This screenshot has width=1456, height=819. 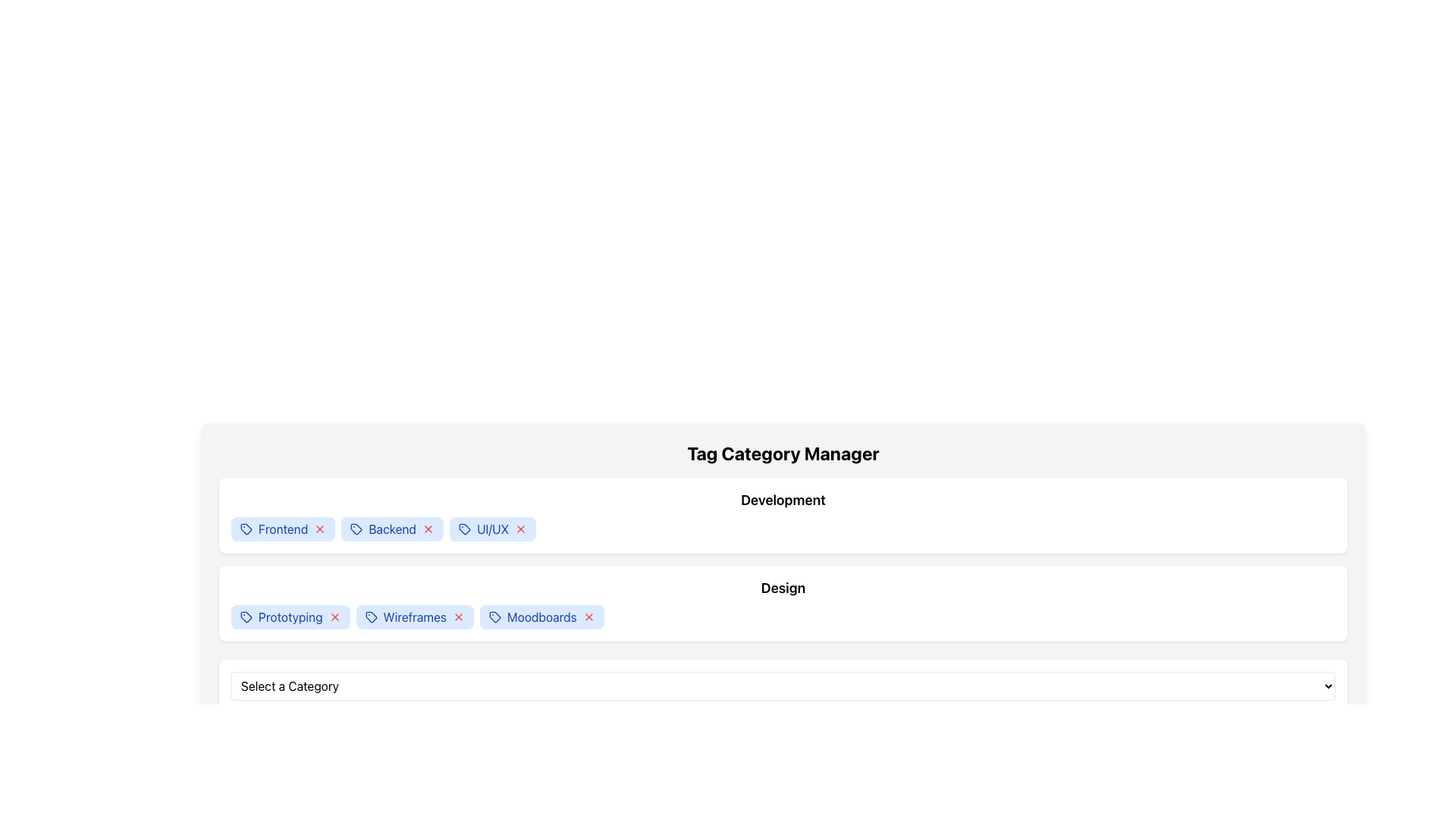 What do you see at coordinates (494, 617) in the screenshot?
I see `the body section of the tag icon in the 'Design' row of the 'Tag Category Manager', adjacent to the 'Moodboards' tag label` at bounding box center [494, 617].